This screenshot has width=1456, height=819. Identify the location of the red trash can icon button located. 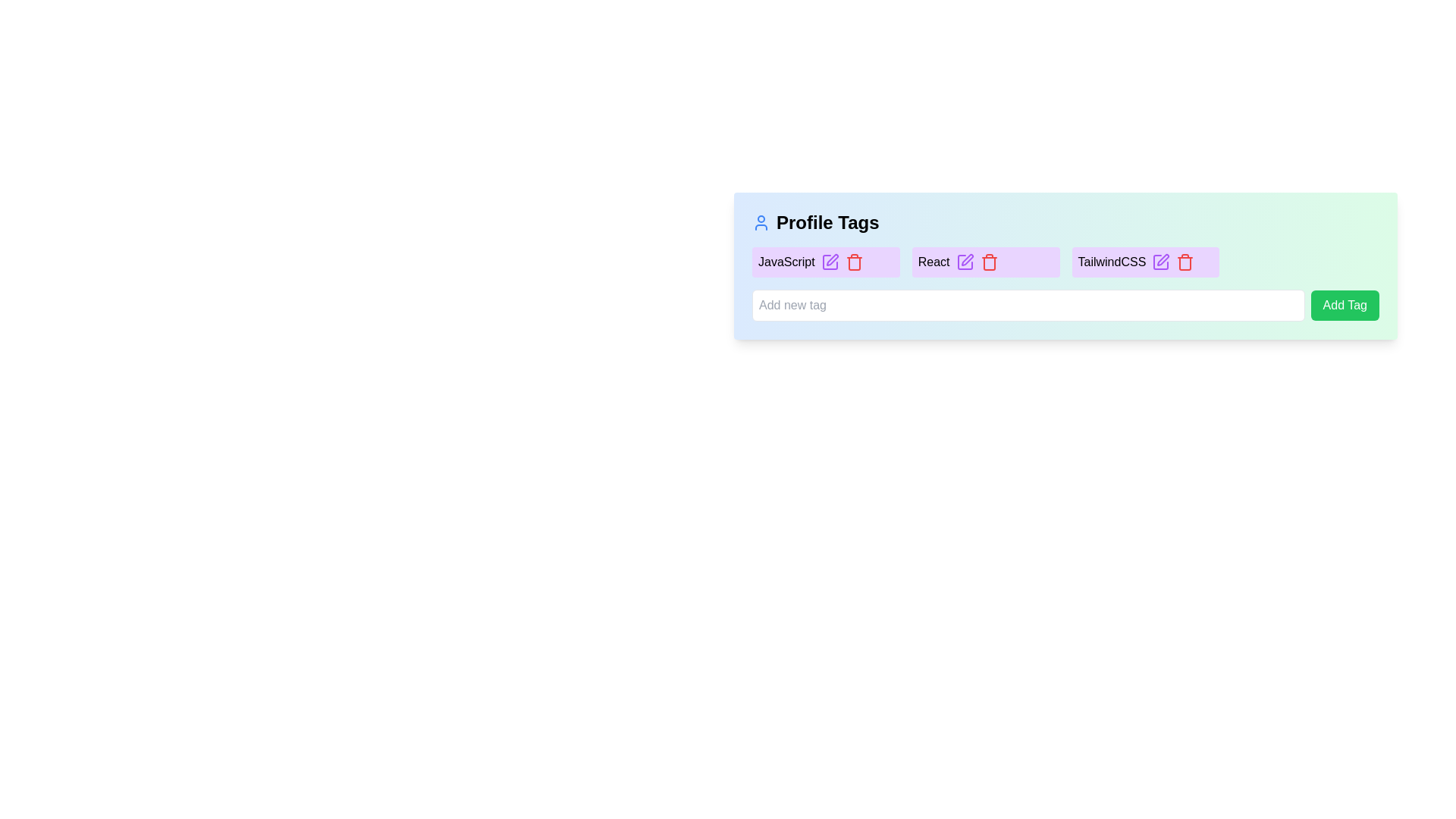
(989, 262).